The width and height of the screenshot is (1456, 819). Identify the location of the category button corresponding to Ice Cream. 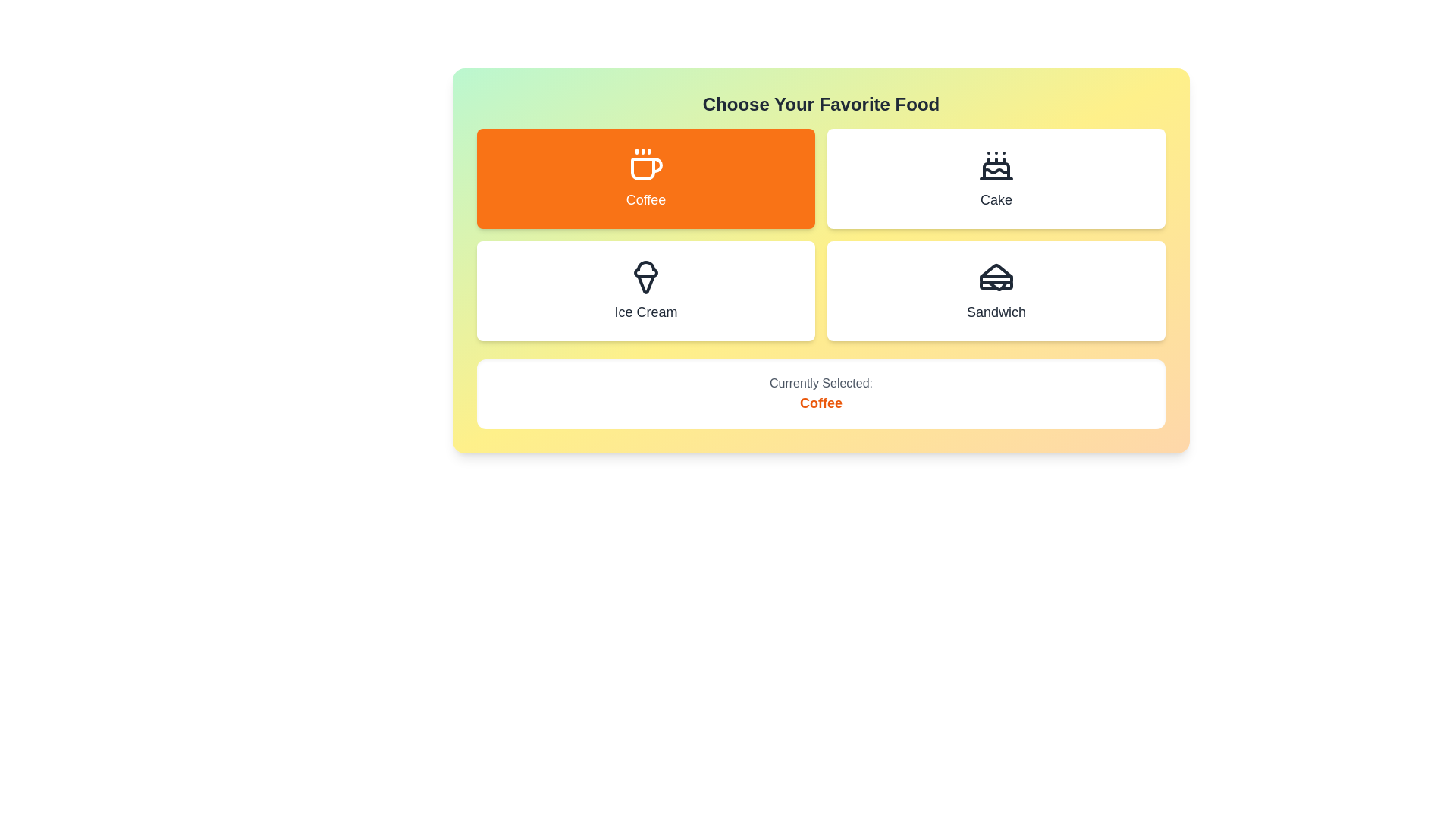
(645, 291).